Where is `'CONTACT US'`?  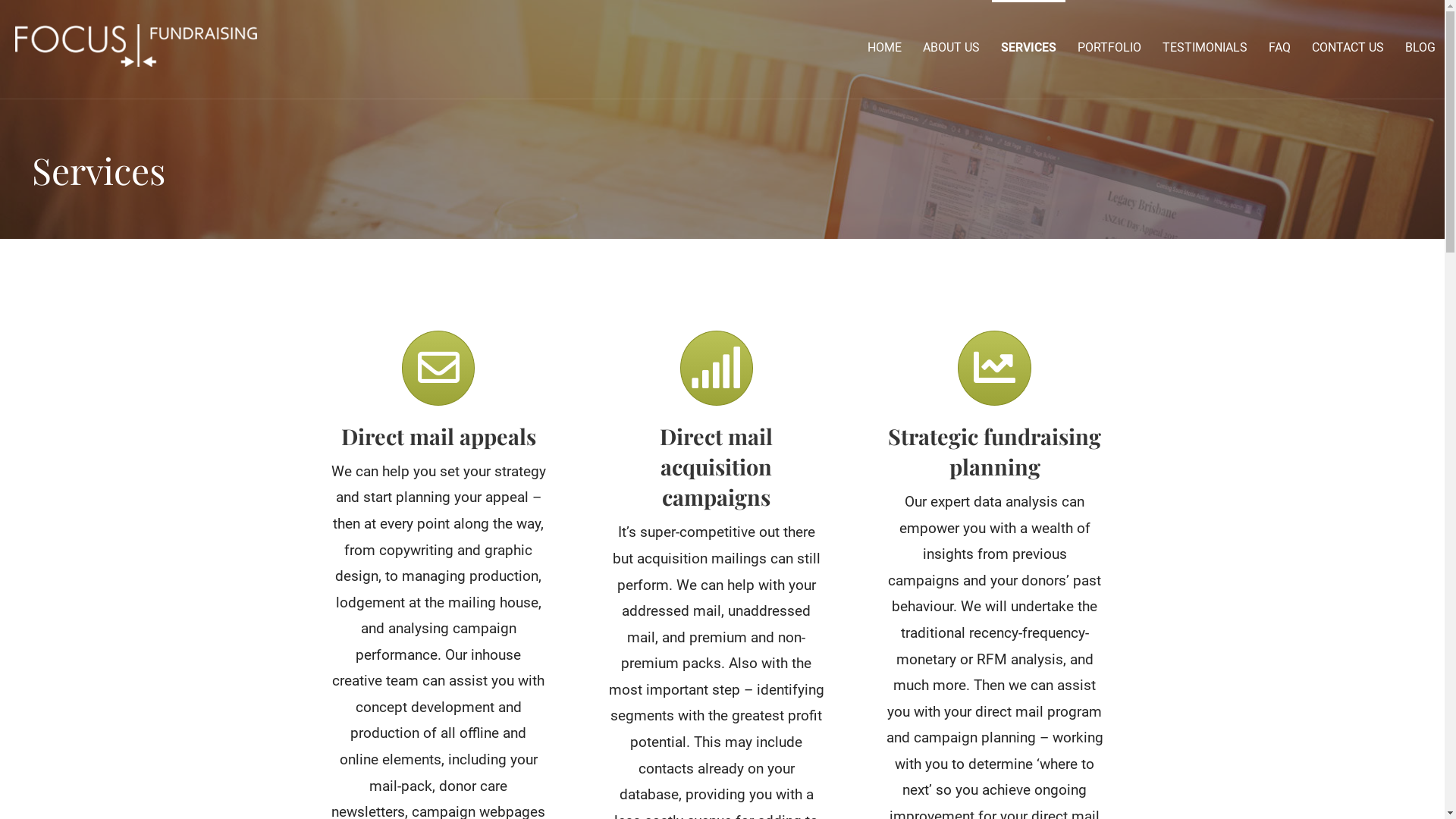
'CONTACT US' is located at coordinates (1348, 46).